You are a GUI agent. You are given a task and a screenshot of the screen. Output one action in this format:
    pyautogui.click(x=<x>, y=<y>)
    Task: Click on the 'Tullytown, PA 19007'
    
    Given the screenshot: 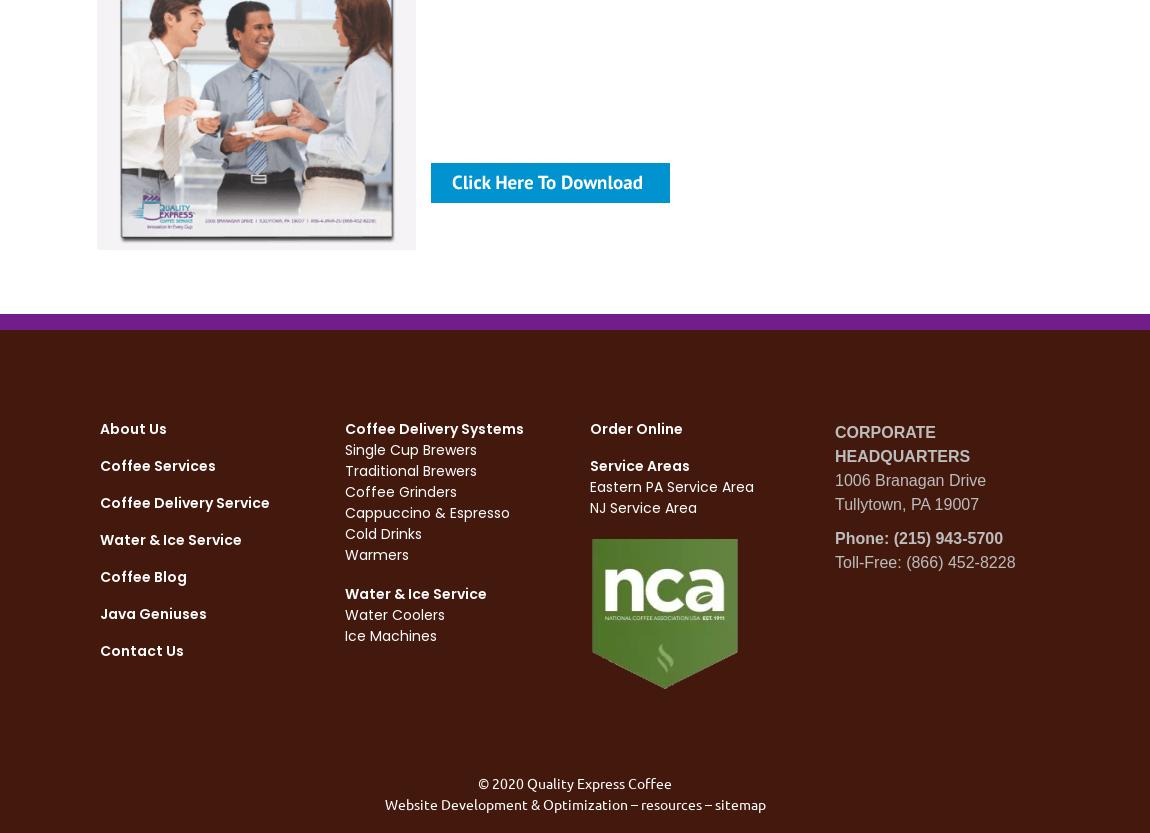 What is the action you would take?
    pyautogui.click(x=907, y=503)
    